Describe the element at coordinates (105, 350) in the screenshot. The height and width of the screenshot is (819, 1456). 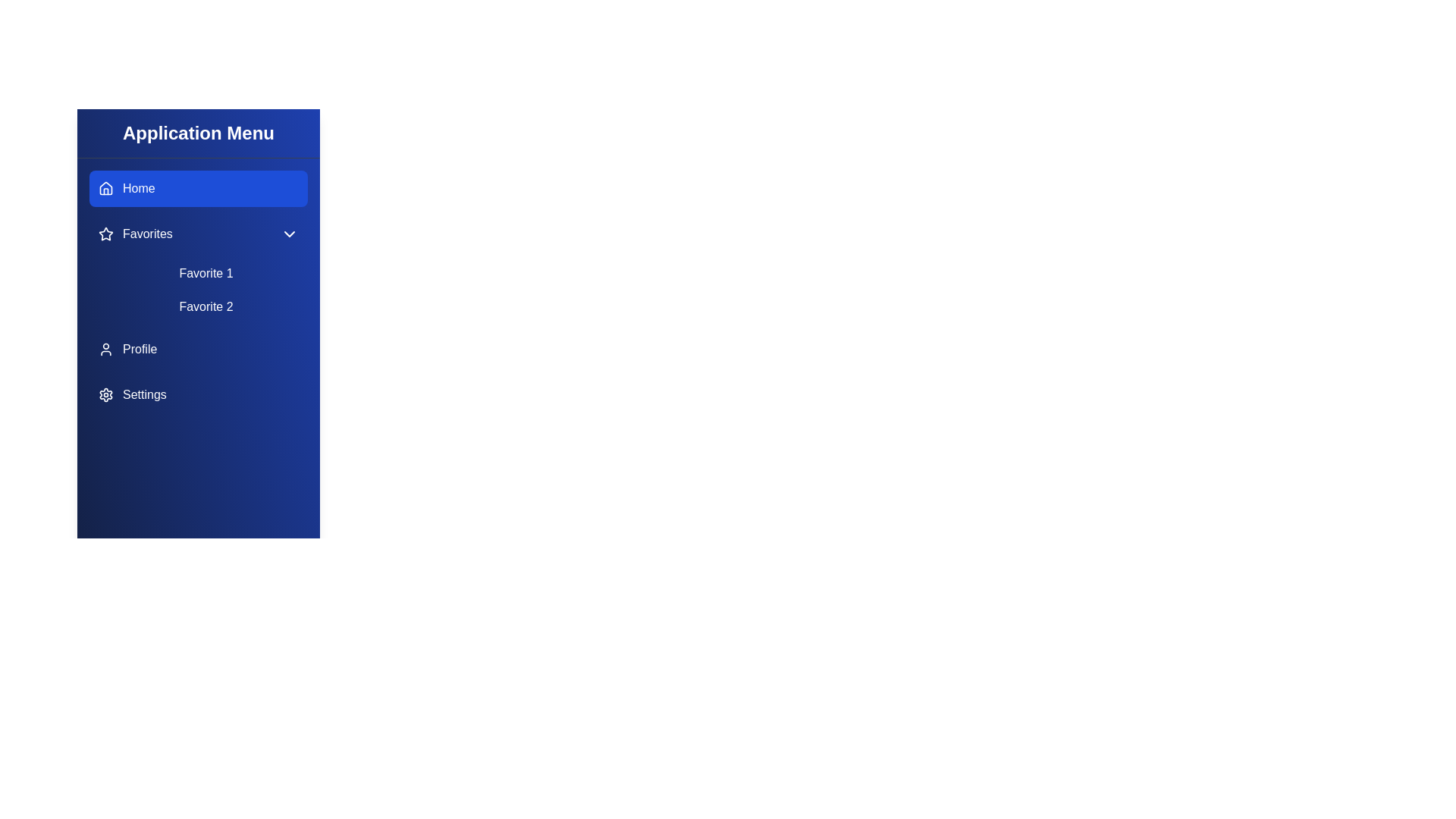
I see `the user icon in the left navigation menu` at that location.